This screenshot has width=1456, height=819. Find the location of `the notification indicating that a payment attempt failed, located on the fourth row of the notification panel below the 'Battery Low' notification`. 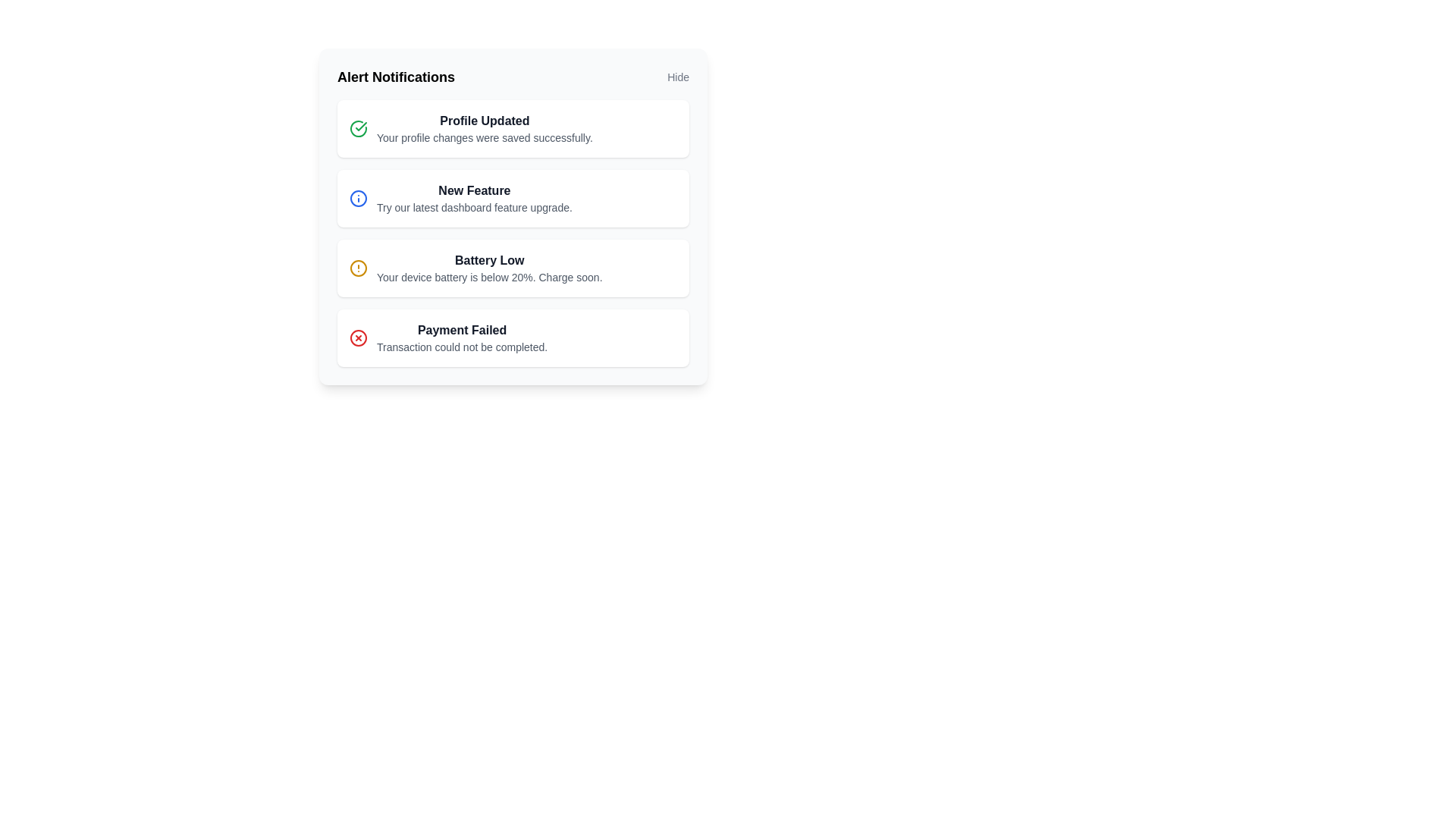

the notification indicating that a payment attempt failed, located on the fourth row of the notification panel below the 'Battery Low' notification is located at coordinates (461, 337).